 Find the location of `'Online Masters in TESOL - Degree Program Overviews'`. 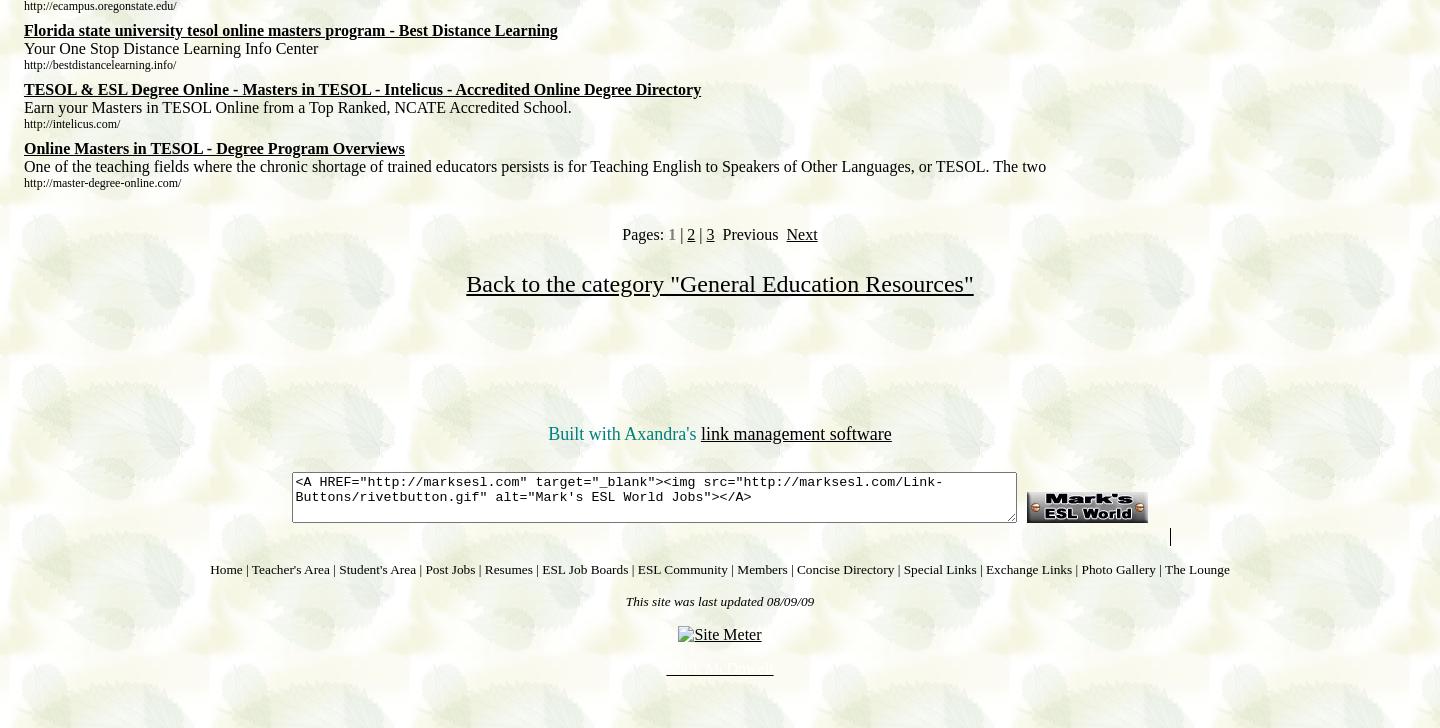

'Online Masters in TESOL - Degree Program Overviews' is located at coordinates (23, 148).